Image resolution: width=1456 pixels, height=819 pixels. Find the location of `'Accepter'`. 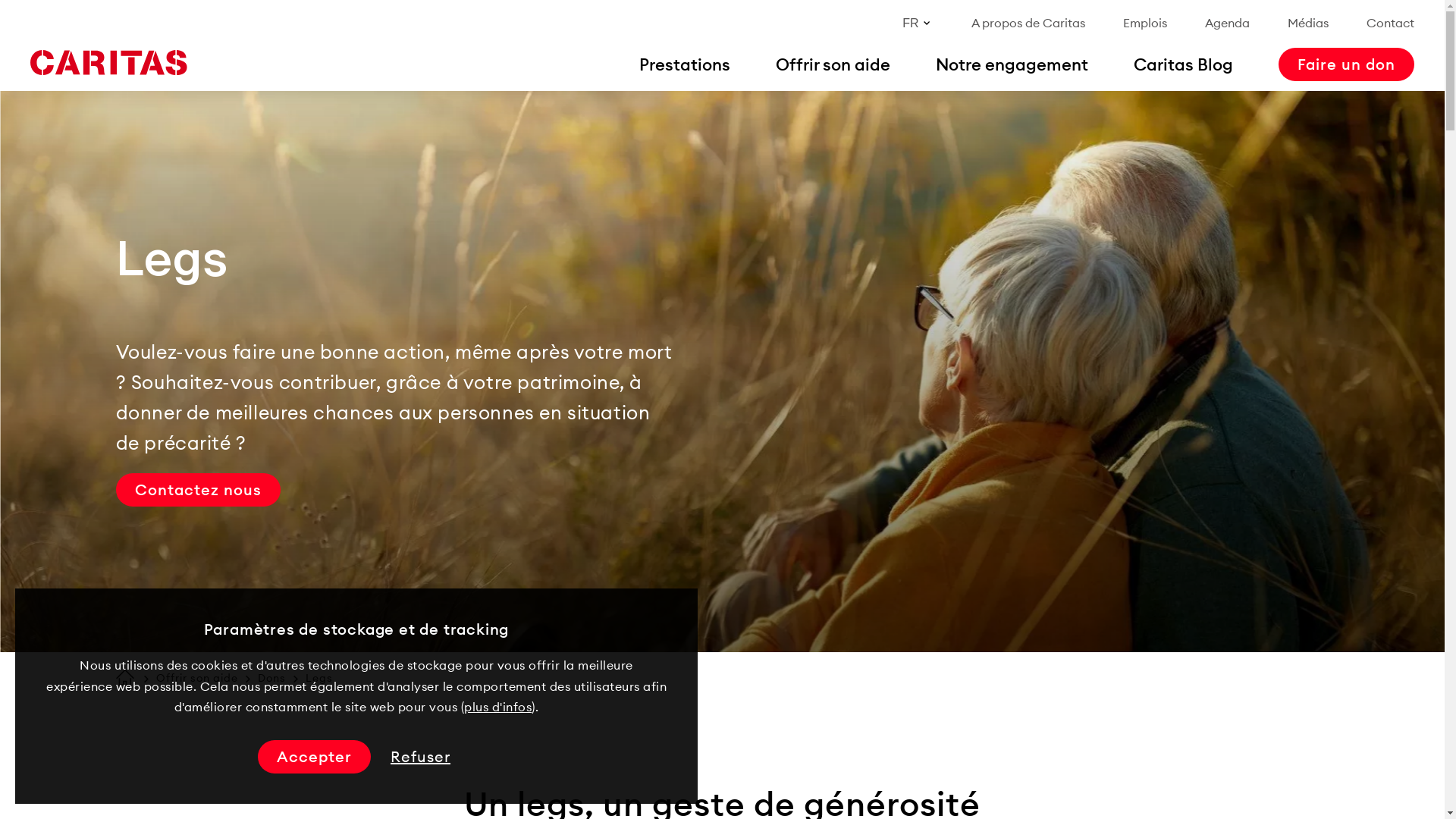

'Accepter' is located at coordinates (313, 757).